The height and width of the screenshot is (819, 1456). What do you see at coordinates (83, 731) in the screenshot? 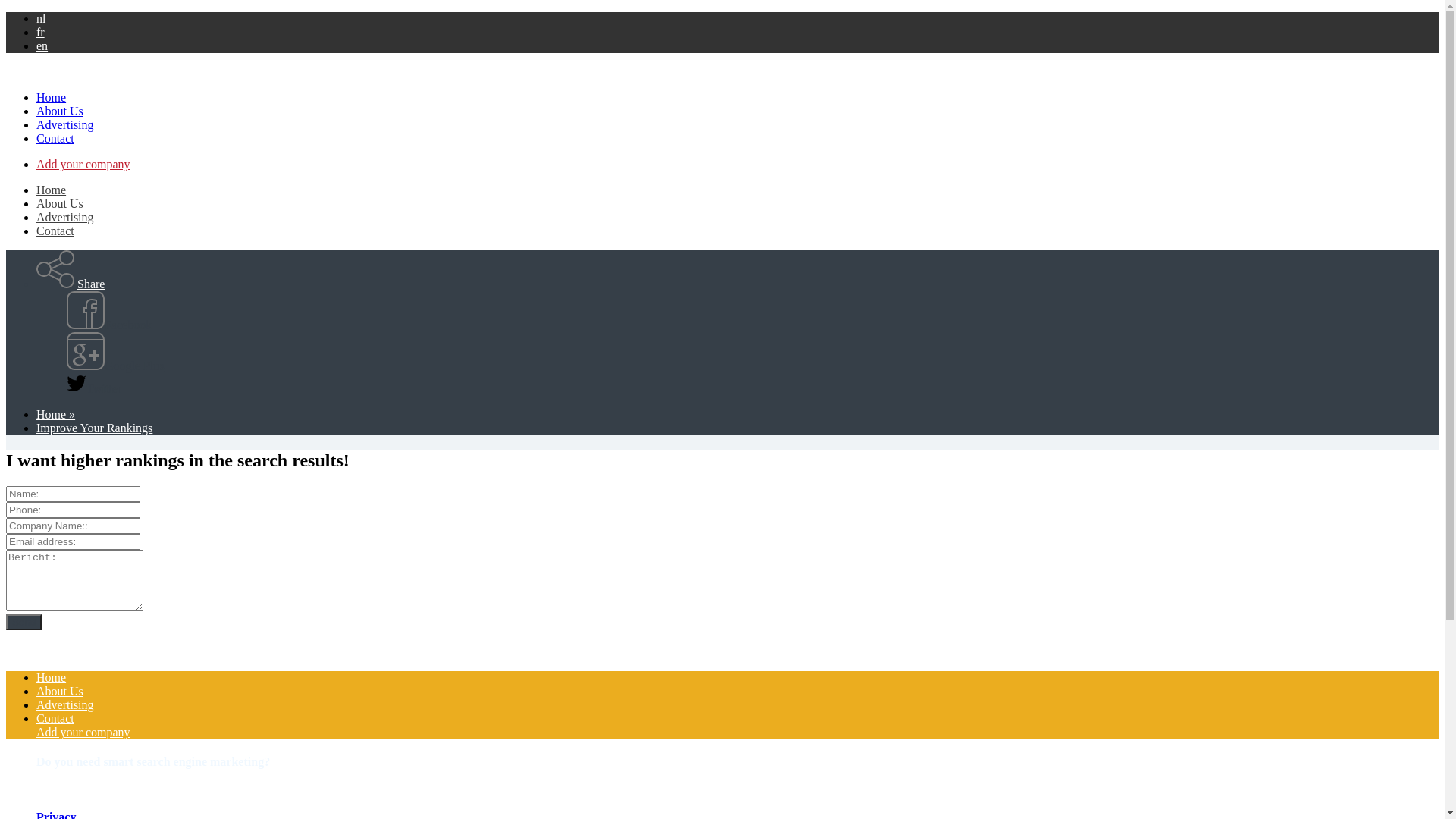
I see `'Add your company'` at bounding box center [83, 731].